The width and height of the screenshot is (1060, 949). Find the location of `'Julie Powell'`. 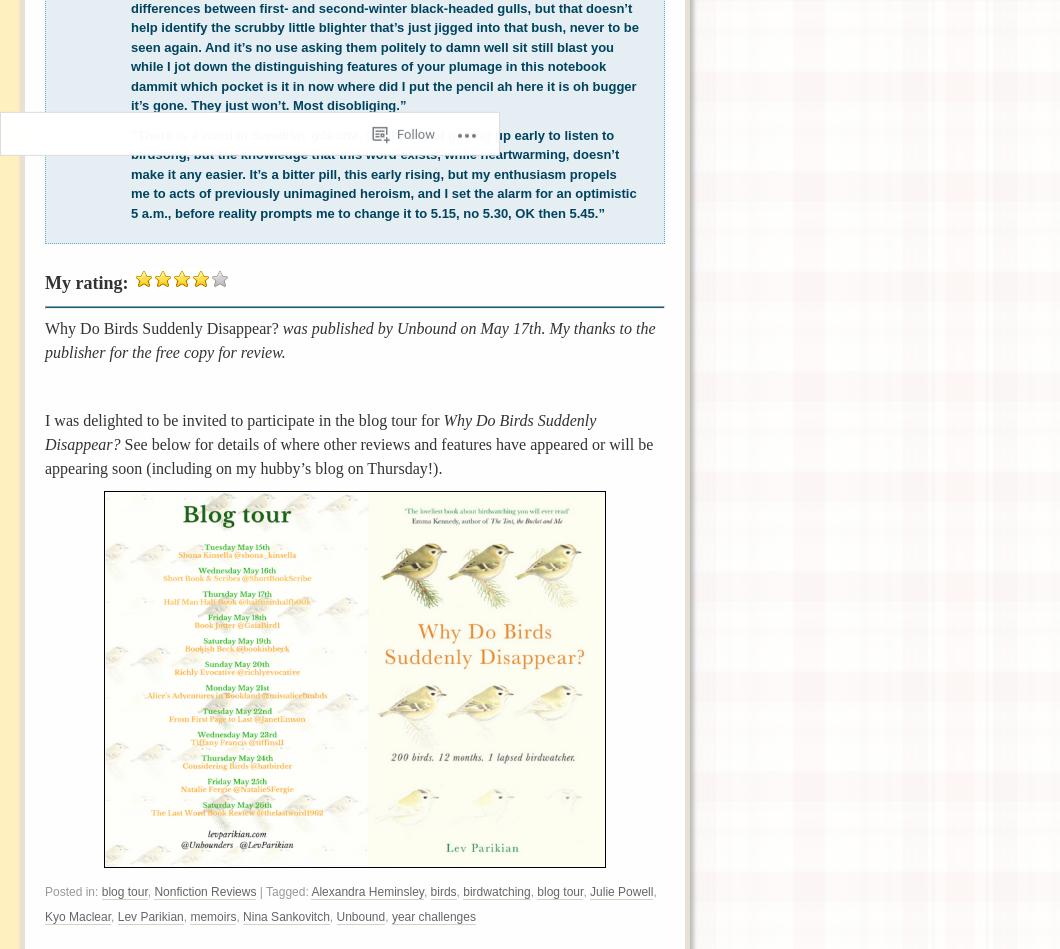

'Julie Powell' is located at coordinates (621, 890).